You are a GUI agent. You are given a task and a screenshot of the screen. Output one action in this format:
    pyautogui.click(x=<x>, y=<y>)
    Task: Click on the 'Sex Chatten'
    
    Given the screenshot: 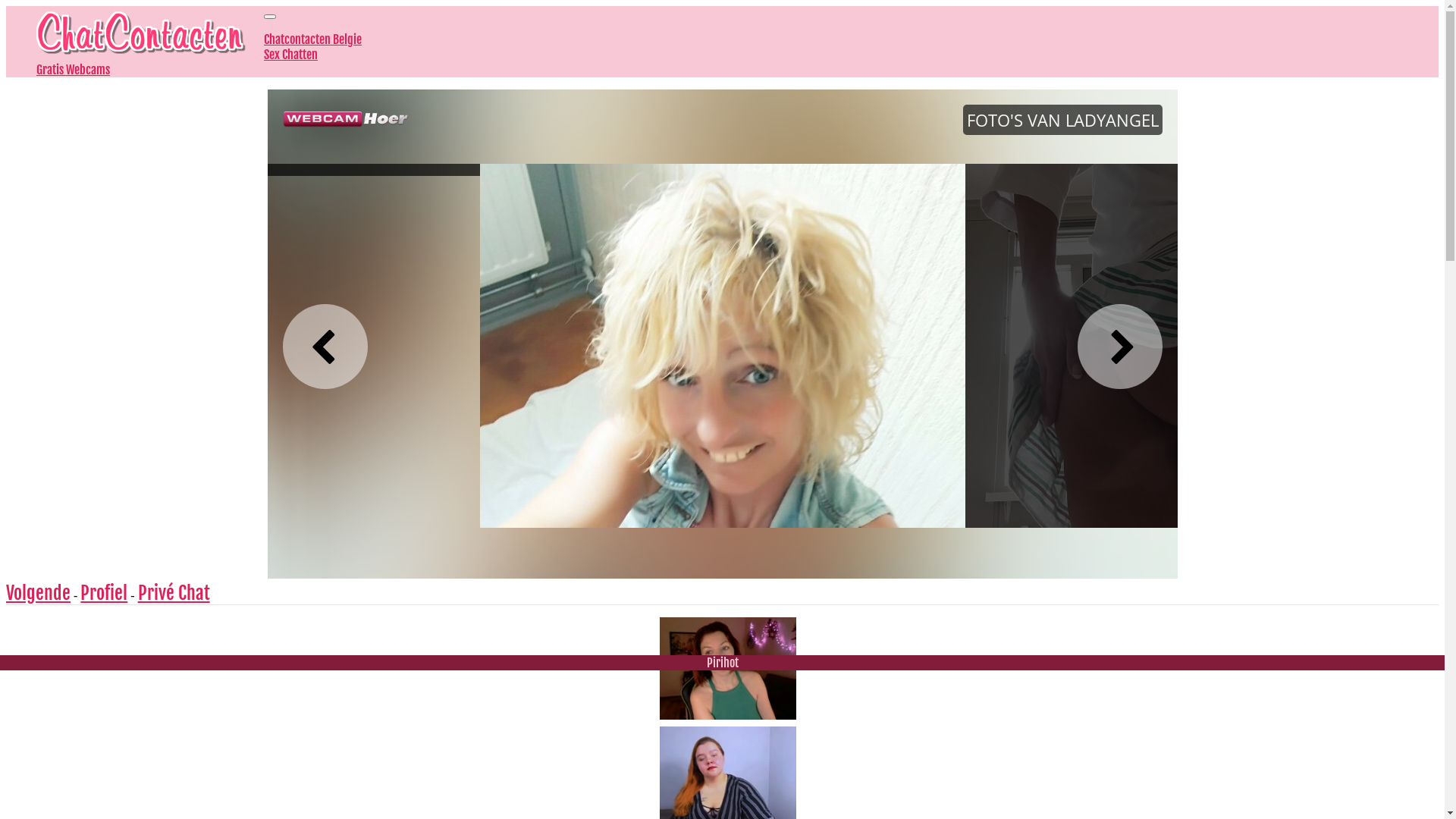 What is the action you would take?
    pyautogui.click(x=263, y=54)
    